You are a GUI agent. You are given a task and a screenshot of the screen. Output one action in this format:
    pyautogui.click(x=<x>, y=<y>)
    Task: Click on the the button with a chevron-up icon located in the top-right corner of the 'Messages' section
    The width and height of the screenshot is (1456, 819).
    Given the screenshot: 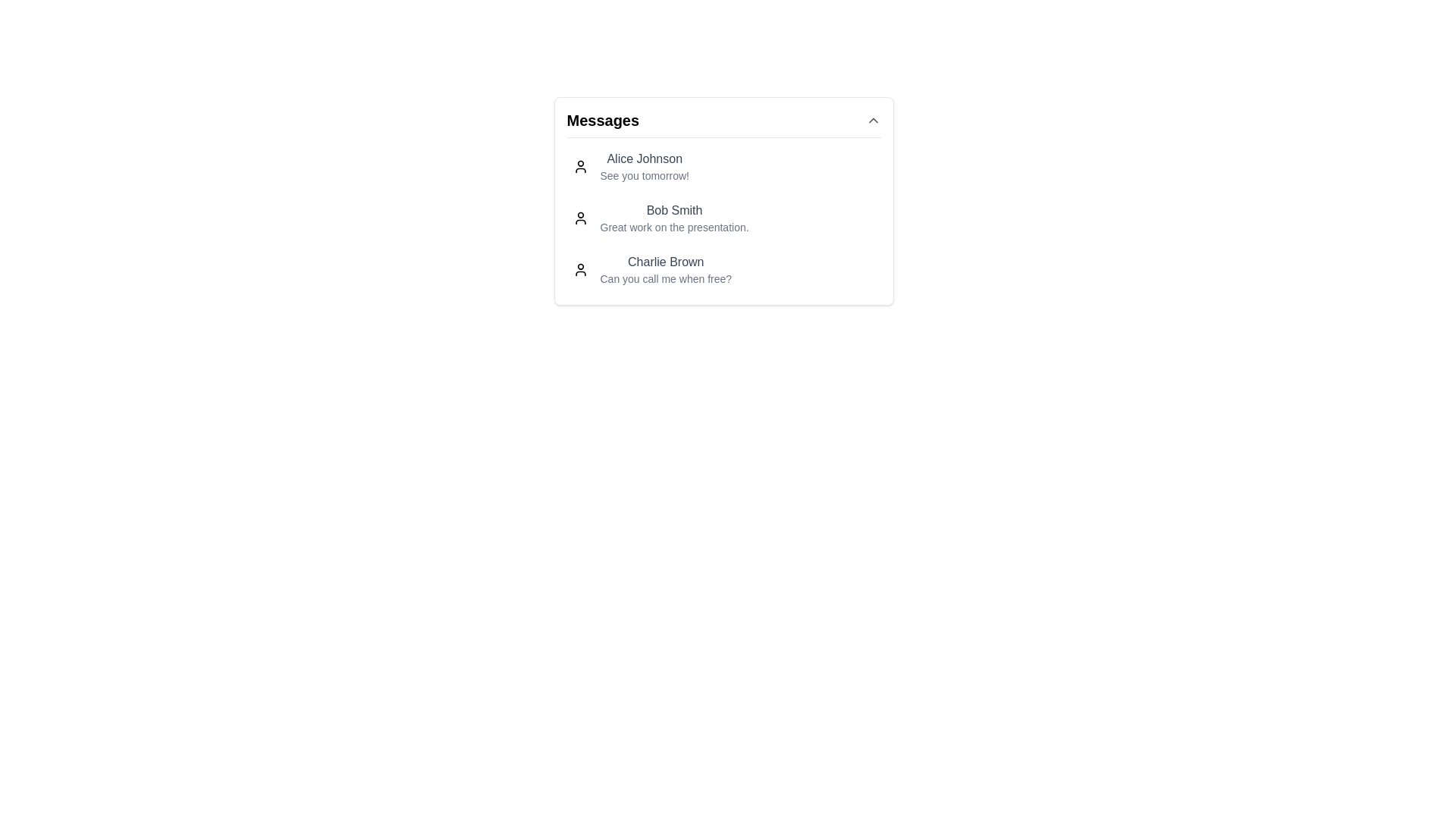 What is the action you would take?
    pyautogui.click(x=873, y=119)
    